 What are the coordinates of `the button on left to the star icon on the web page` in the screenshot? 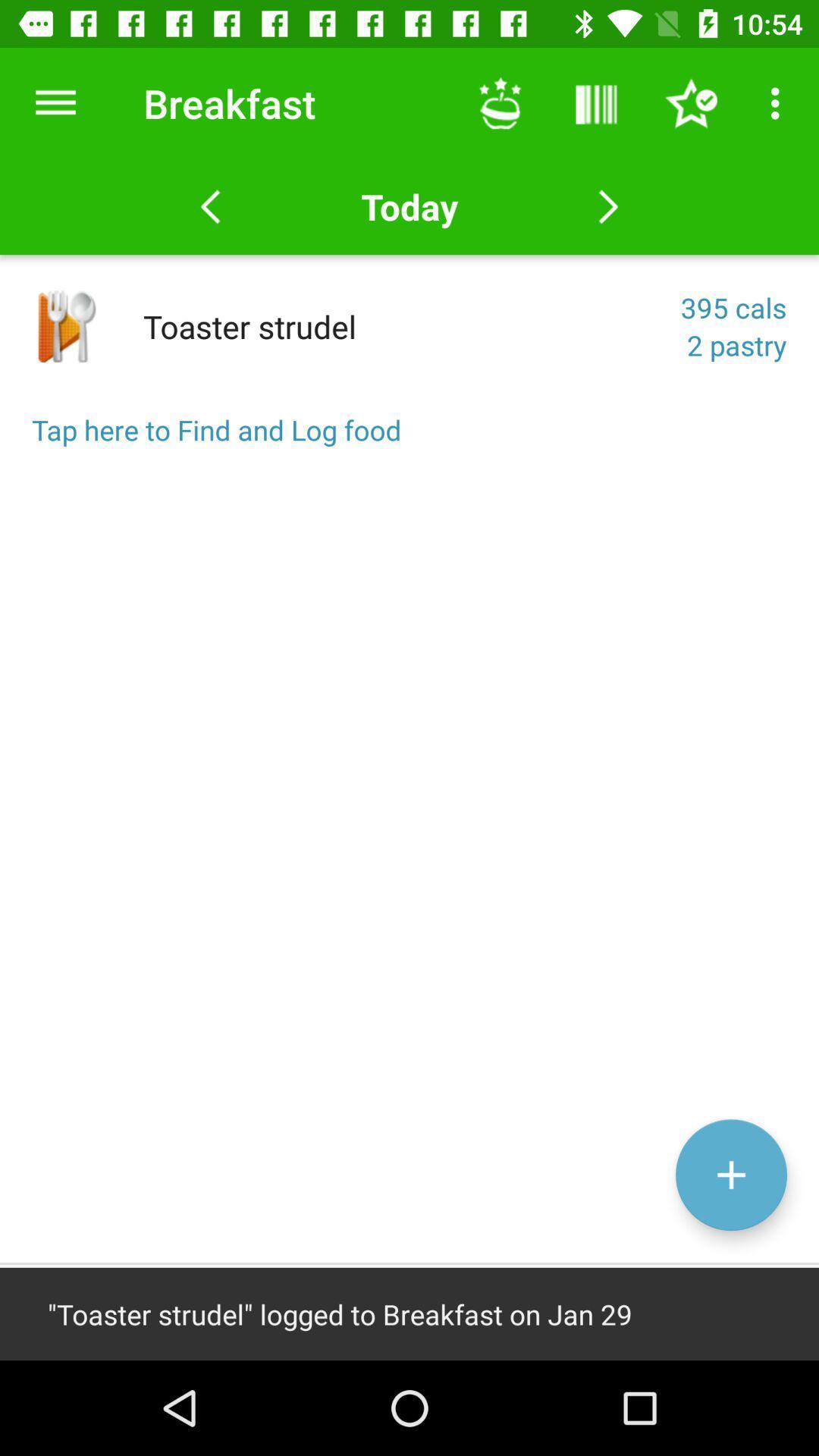 It's located at (595, 103).